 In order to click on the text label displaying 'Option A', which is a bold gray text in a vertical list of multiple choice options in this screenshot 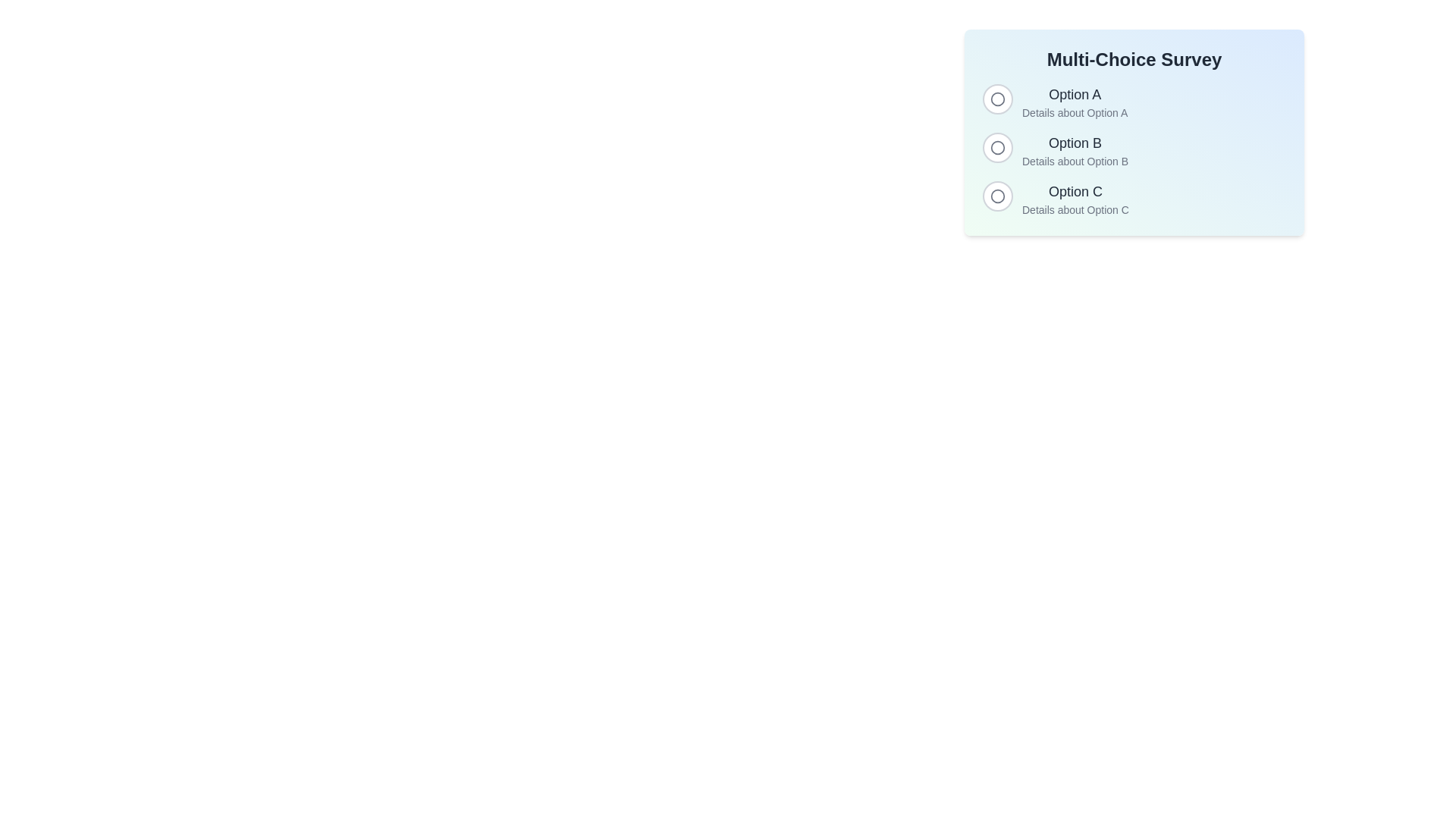, I will do `click(1074, 94)`.